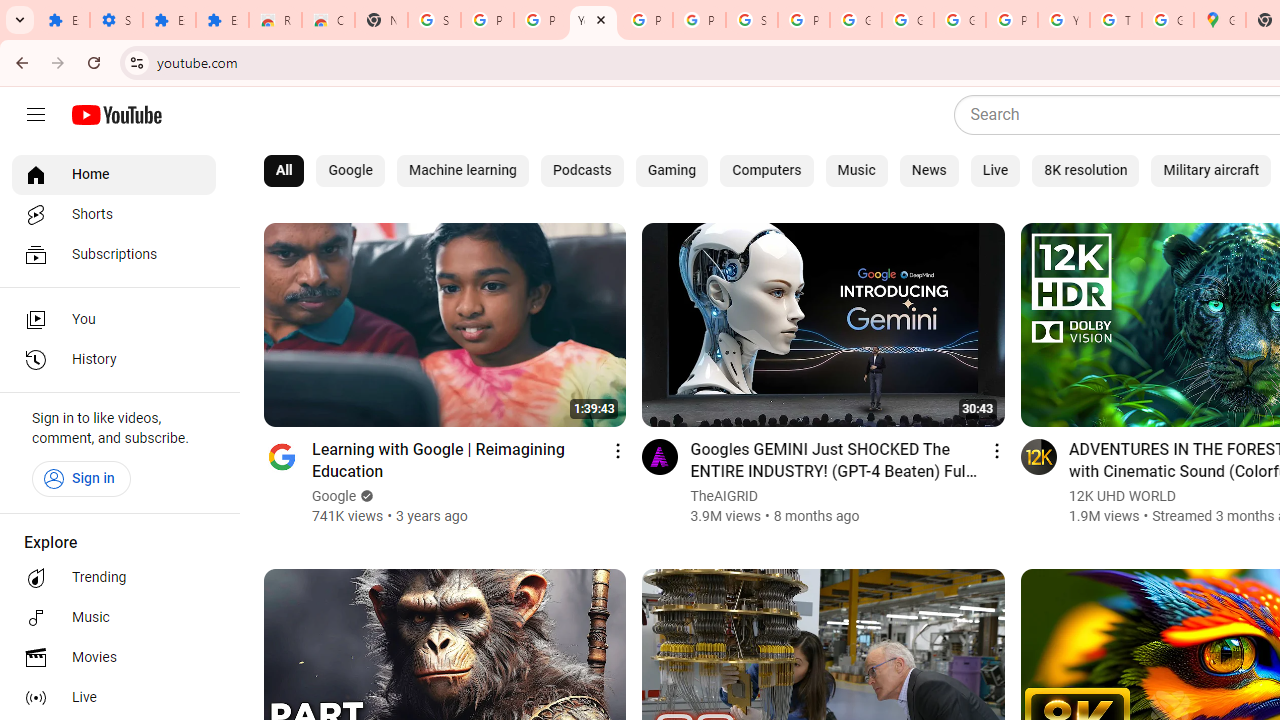  I want to click on '12K UHD WORLD', so click(1122, 495).